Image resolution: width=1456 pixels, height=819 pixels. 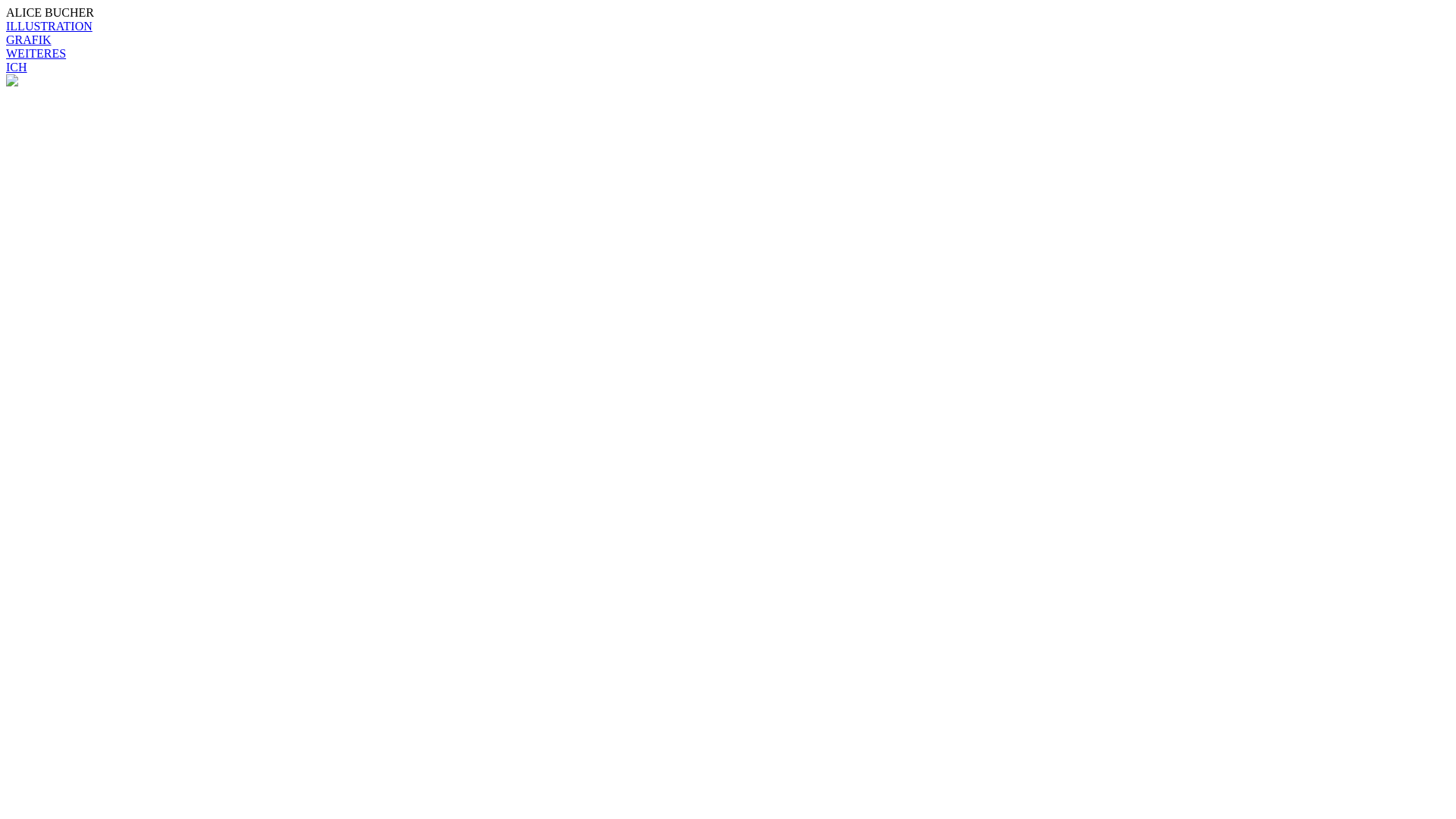 What do you see at coordinates (36, 52) in the screenshot?
I see `'WEITERES'` at bounding box center [36, 52].